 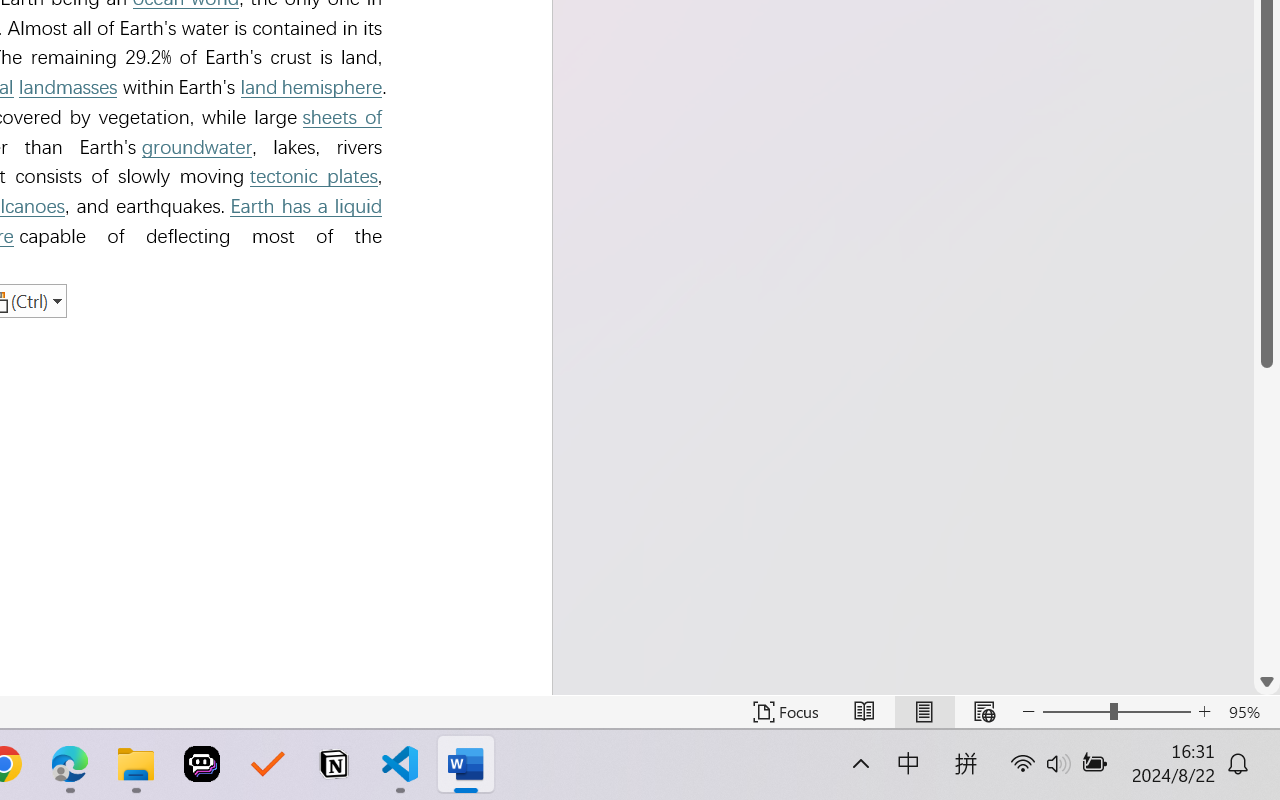 What do you see at coordinates (67, 87) in the screenshot?
I see `'landmasses'` at bounding box center [67, 87].